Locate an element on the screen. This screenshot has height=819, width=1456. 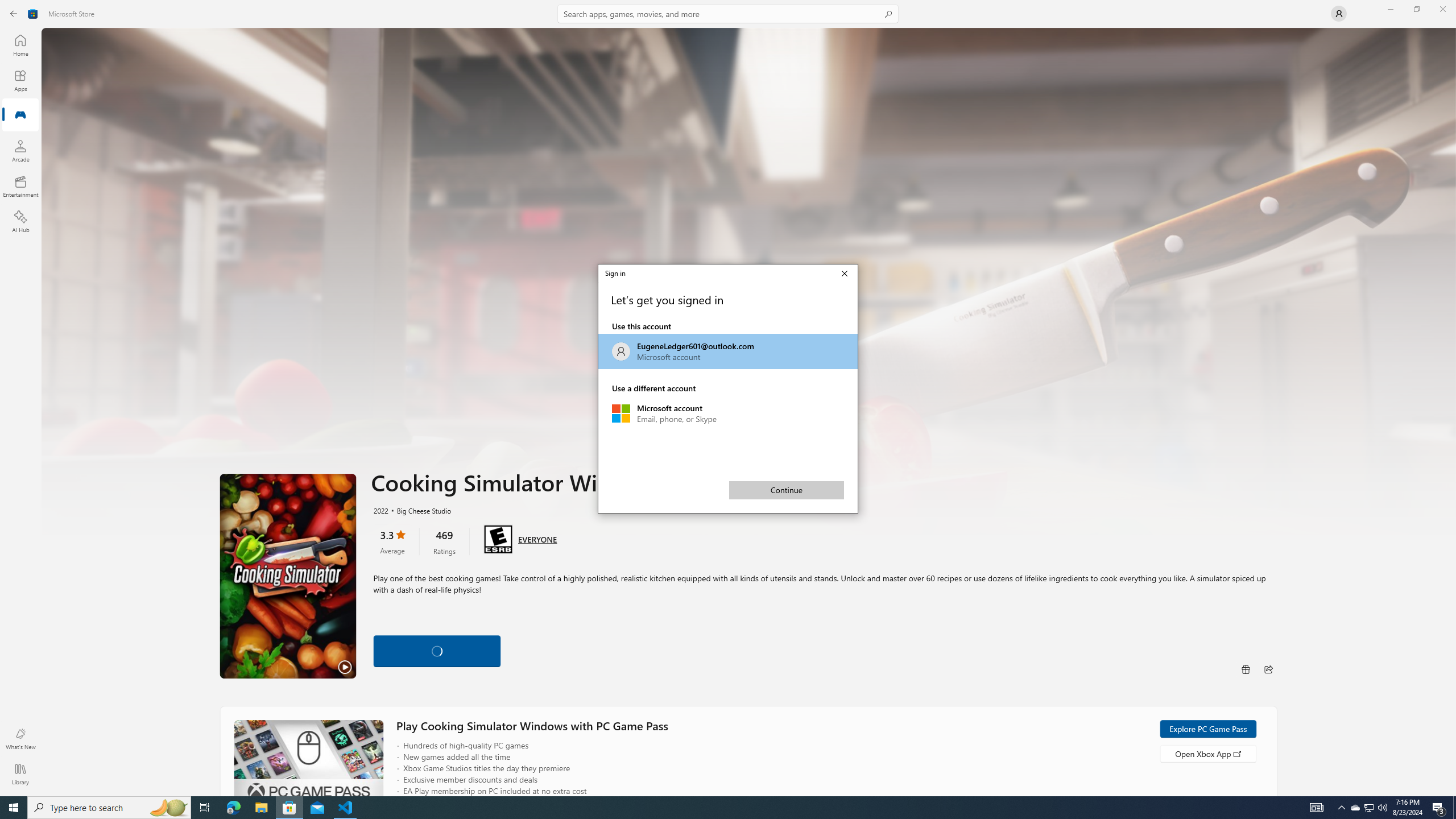
'AutomationID: 4105' is located at coordinates (1317, 806).